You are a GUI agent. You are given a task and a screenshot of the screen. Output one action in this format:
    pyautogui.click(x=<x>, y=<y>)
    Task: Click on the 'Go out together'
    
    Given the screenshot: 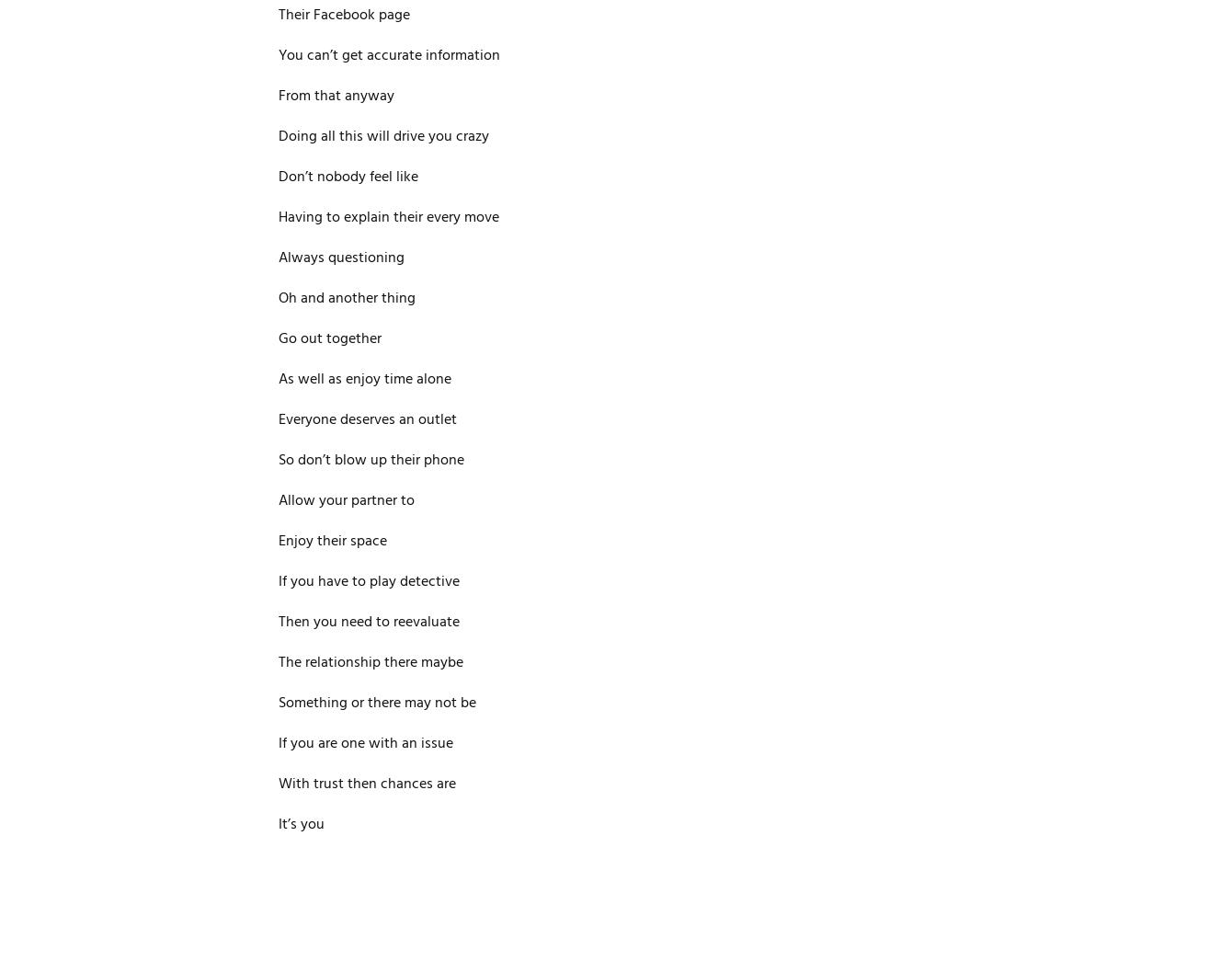 What is the action you would take?
    pyautogui.click(x=329, y=339)
    